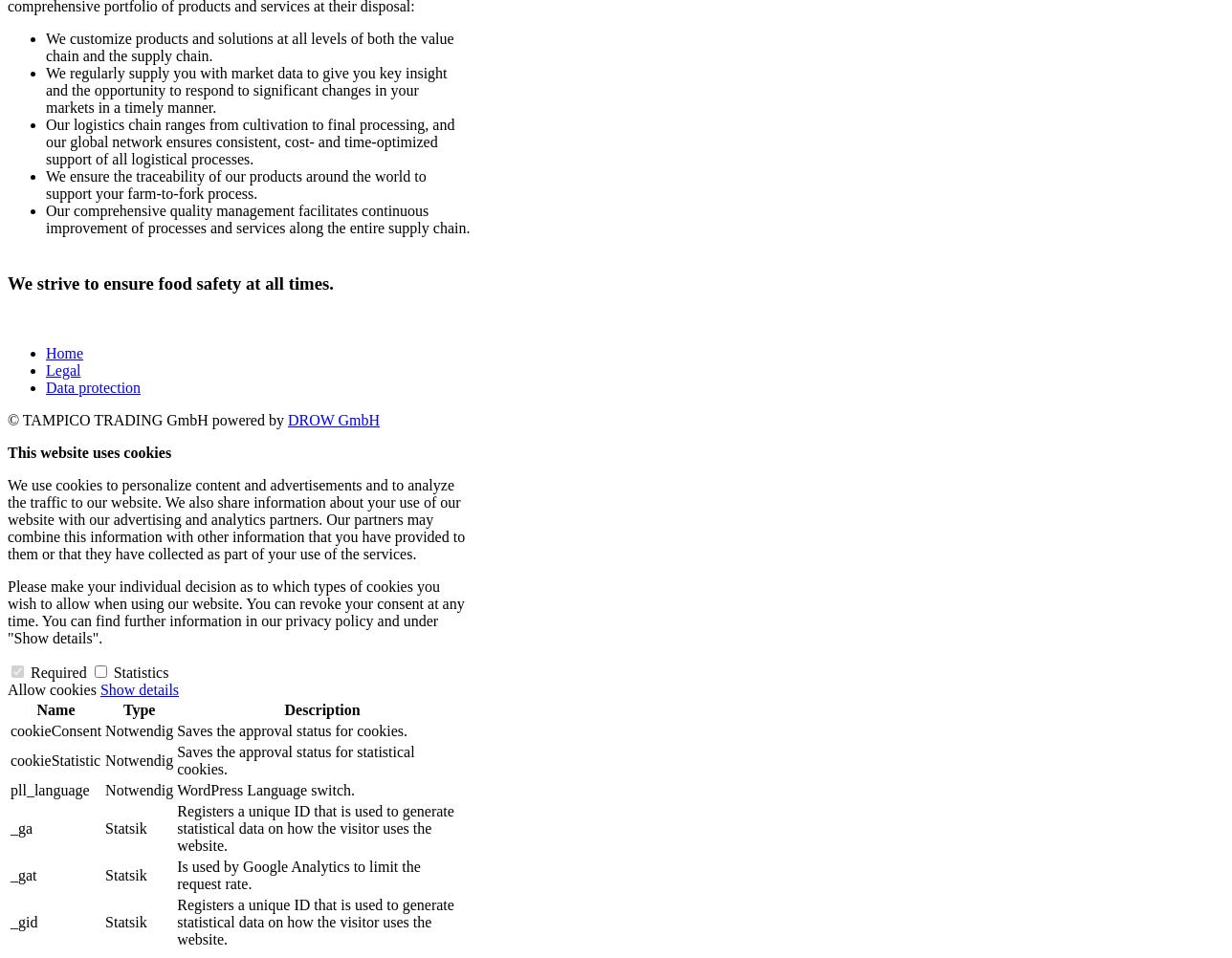 This screenshot has width=1232, height=958. What do you see at coordinates (55, 672) in the screenshot?
I see `'Required'` at bounding box center [55, 672].